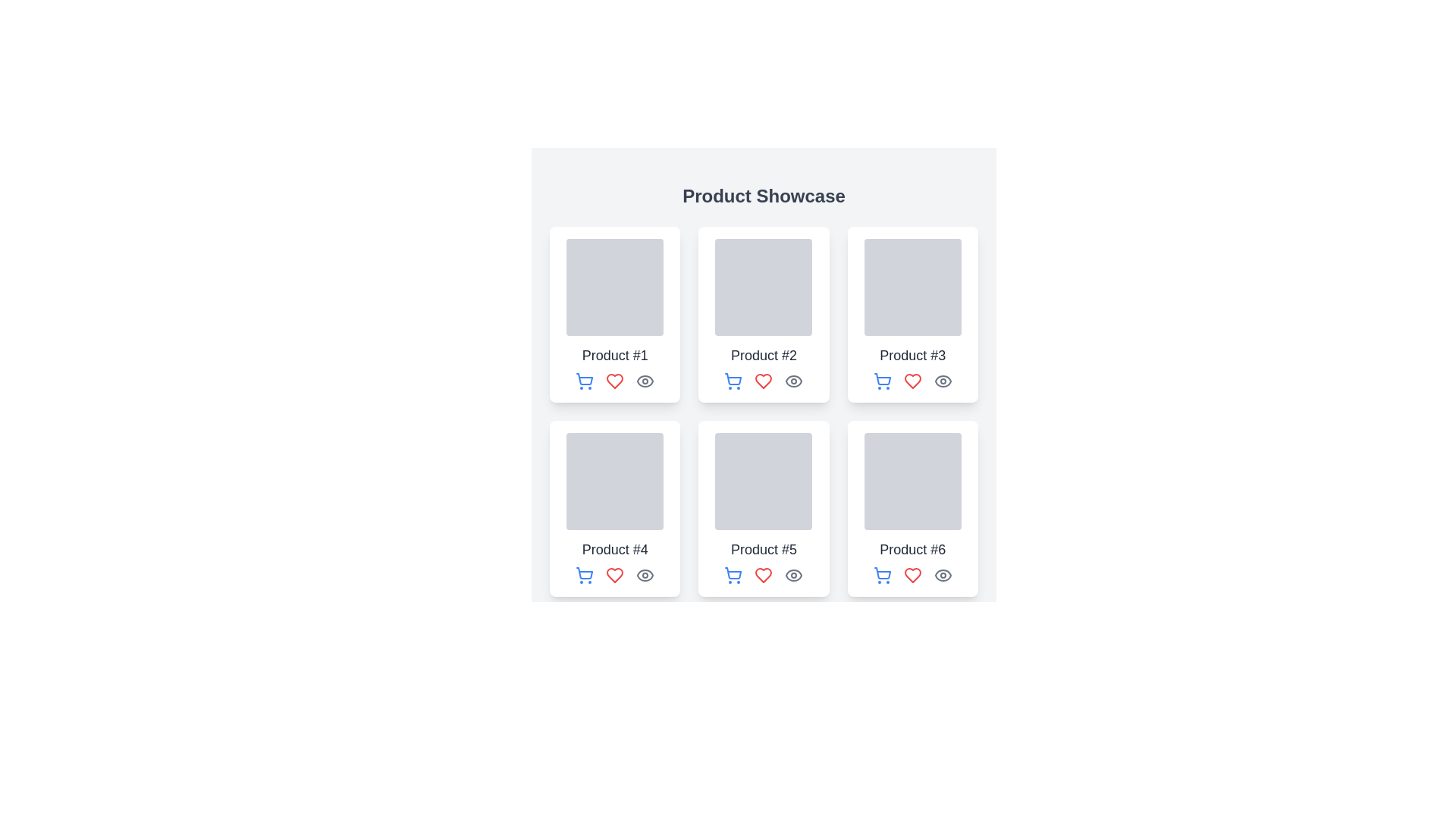 Image resolution: width=1456 pixels, height=819 pixels. What do you see at coordinates (733, 576) in the screenshot?
I see `the shopping cart icon located in the second row under the Product #5 card` at bounding box center [733, 576].